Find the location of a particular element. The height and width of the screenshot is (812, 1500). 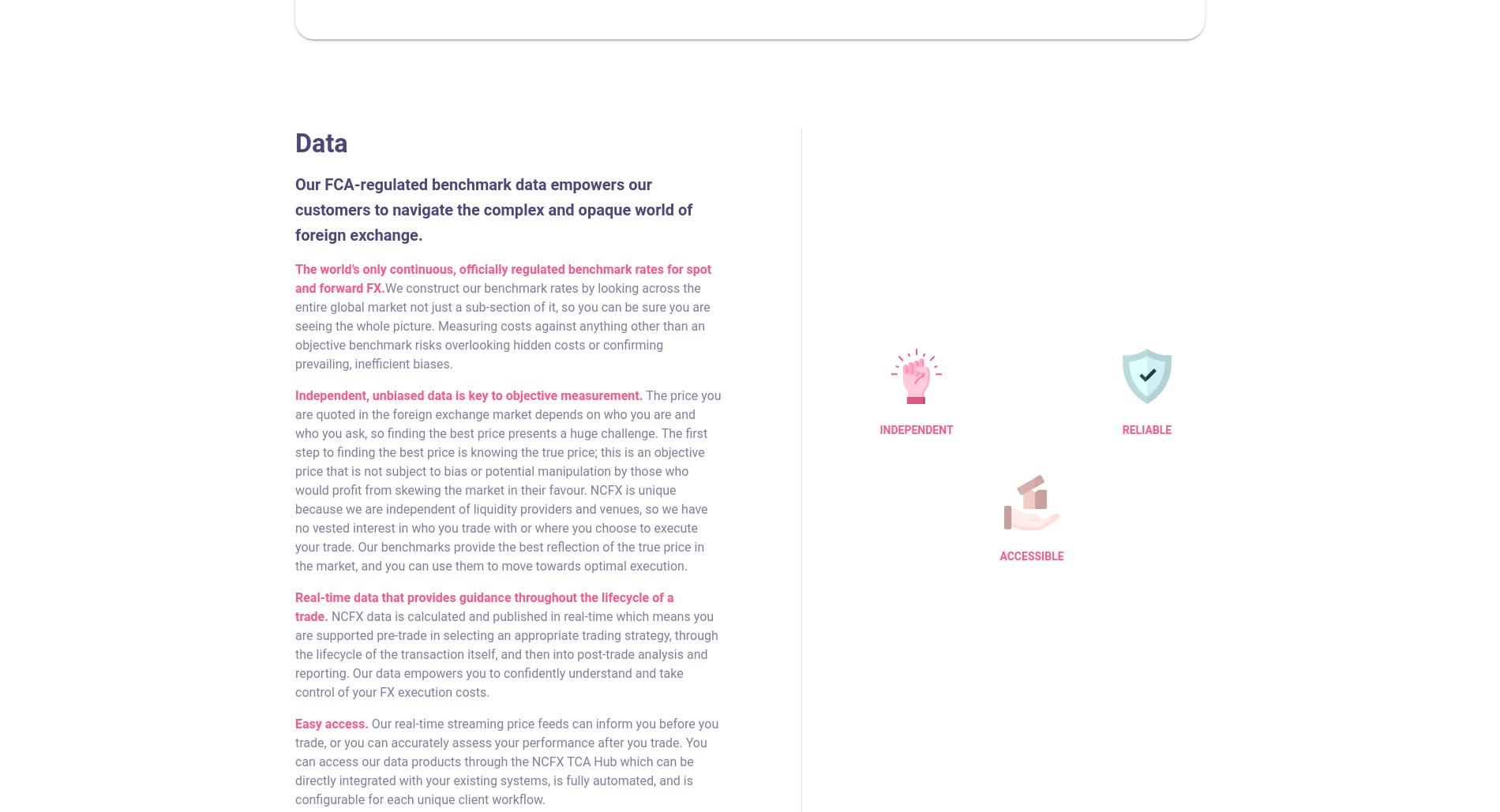

'Data' is located at coordinates (320, 143).